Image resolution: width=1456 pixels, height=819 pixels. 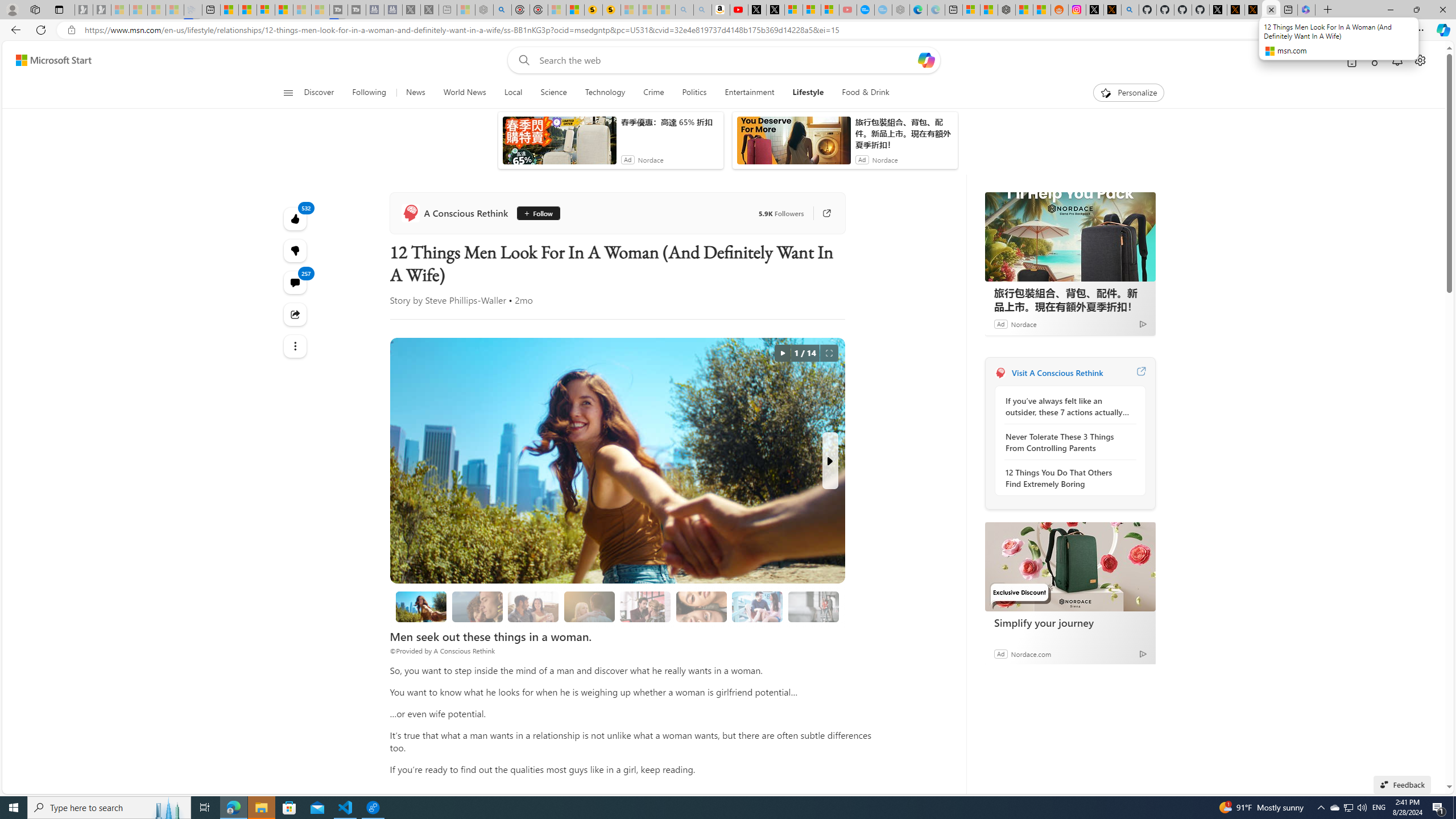 I want to click on 'help.x.com | 524: A timeout occurred', so click(x=1111, y=9).